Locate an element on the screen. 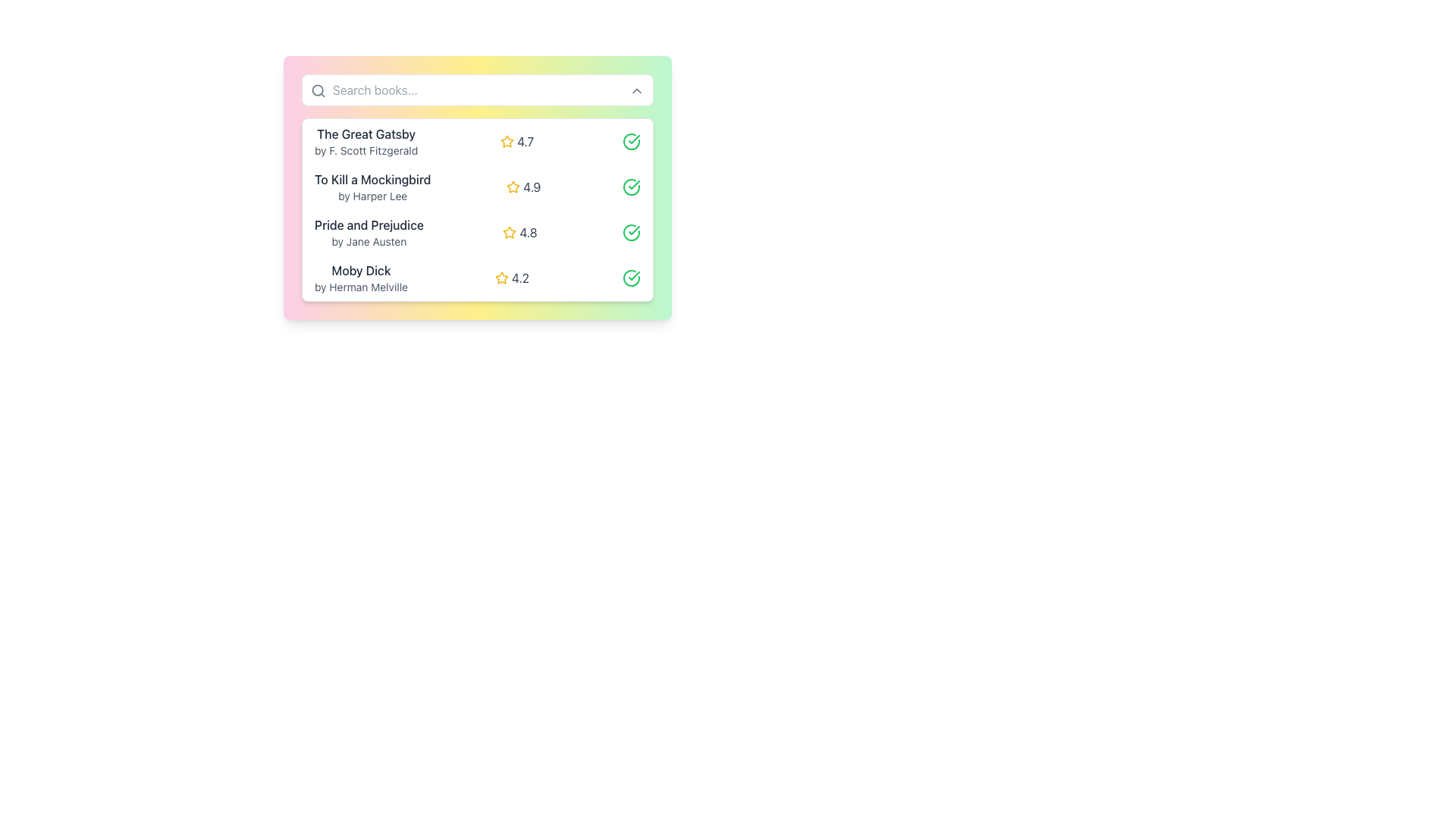 The image size is (1456, 819). the third star icon in the rating list for the book 'Pride and Prejudice by Jane Austen' to interact with the rating is located at coordinates (510, 232).